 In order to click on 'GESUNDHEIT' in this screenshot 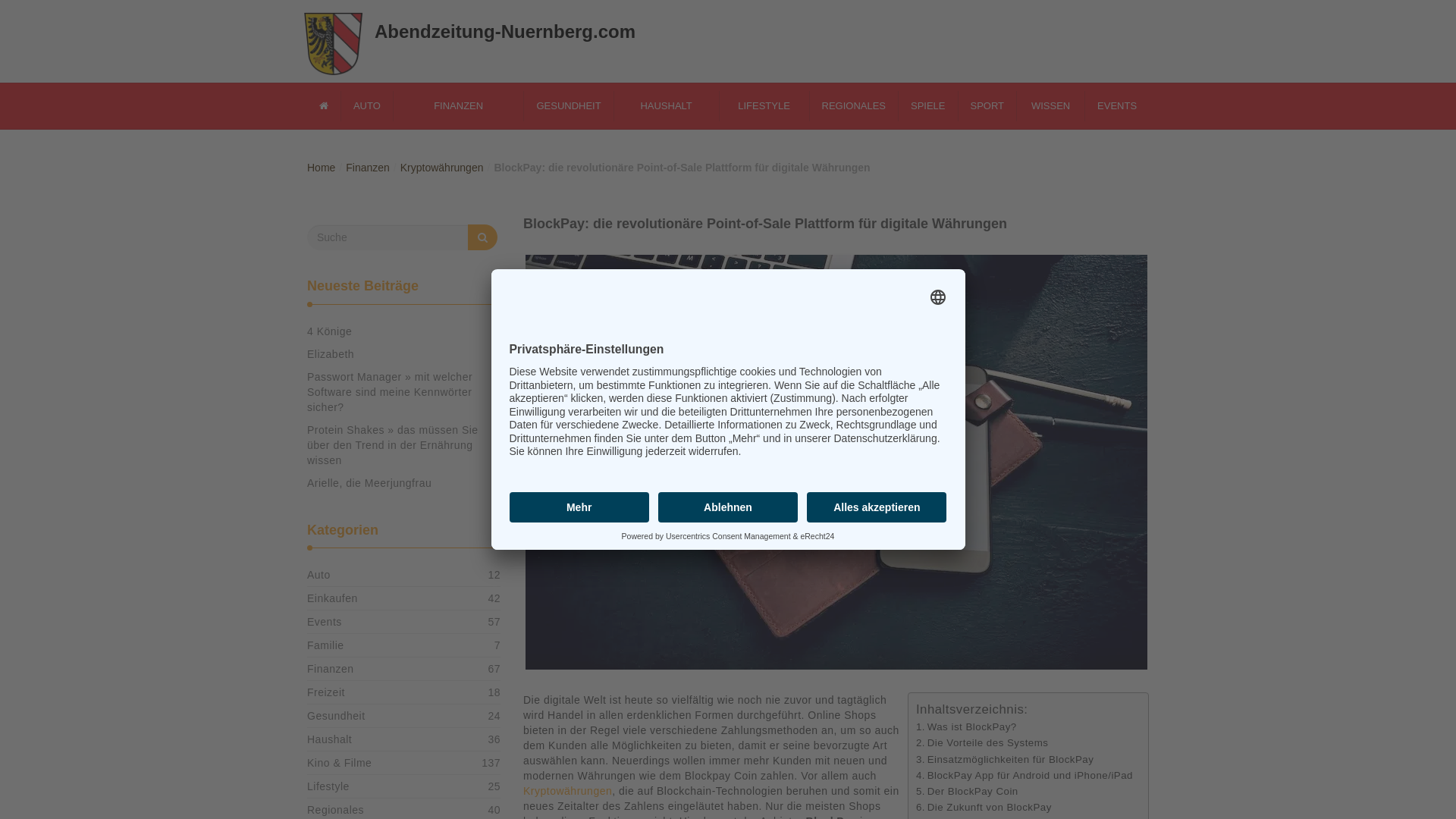, I will do `click(562, 105)`.